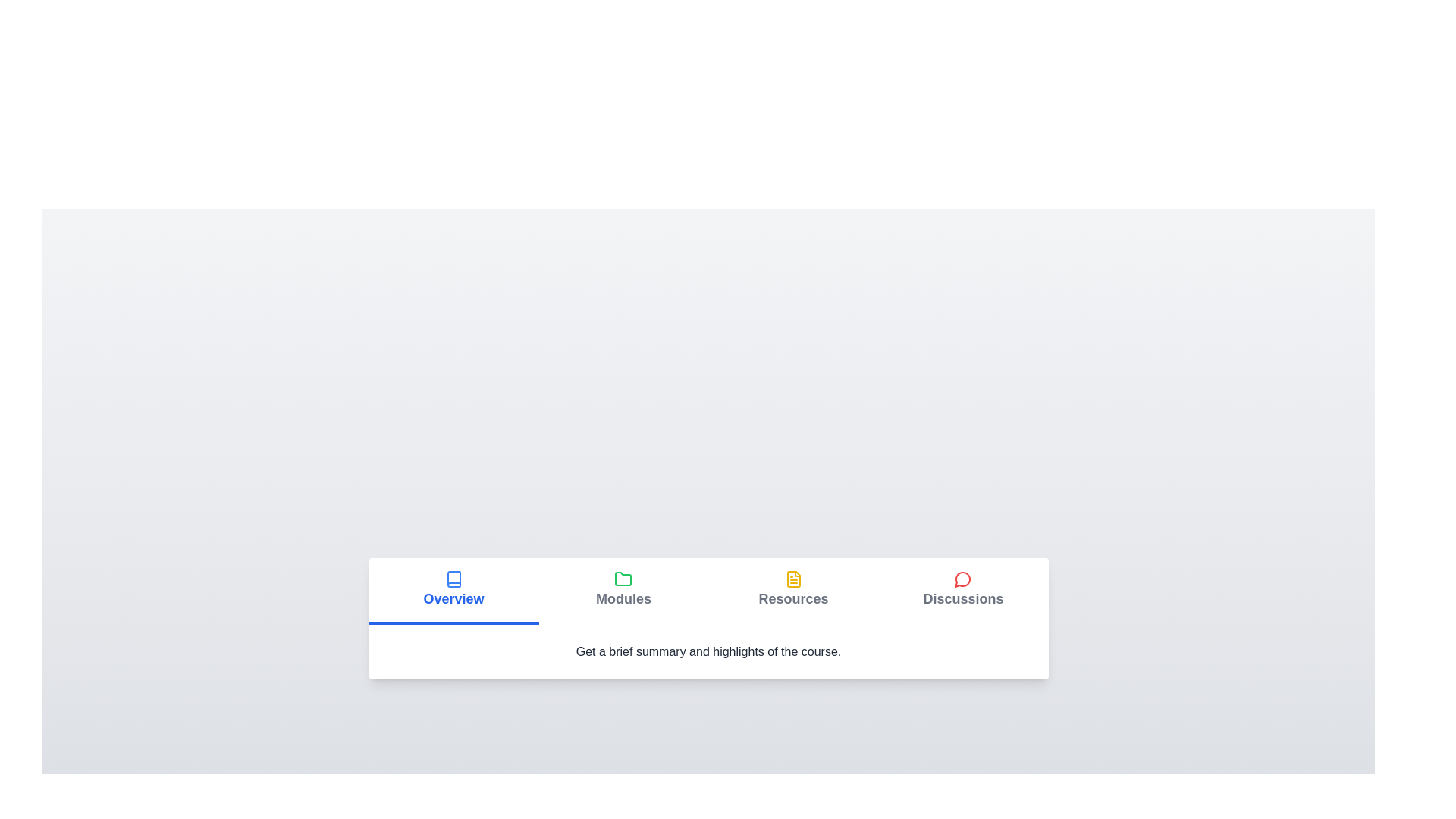 The width and height of the screenshot is (1456, 819). What do you see at coordinates (453, 590) in the screenshot?
I see `the tab Overview to view its content` at bounding box center [453, 590].